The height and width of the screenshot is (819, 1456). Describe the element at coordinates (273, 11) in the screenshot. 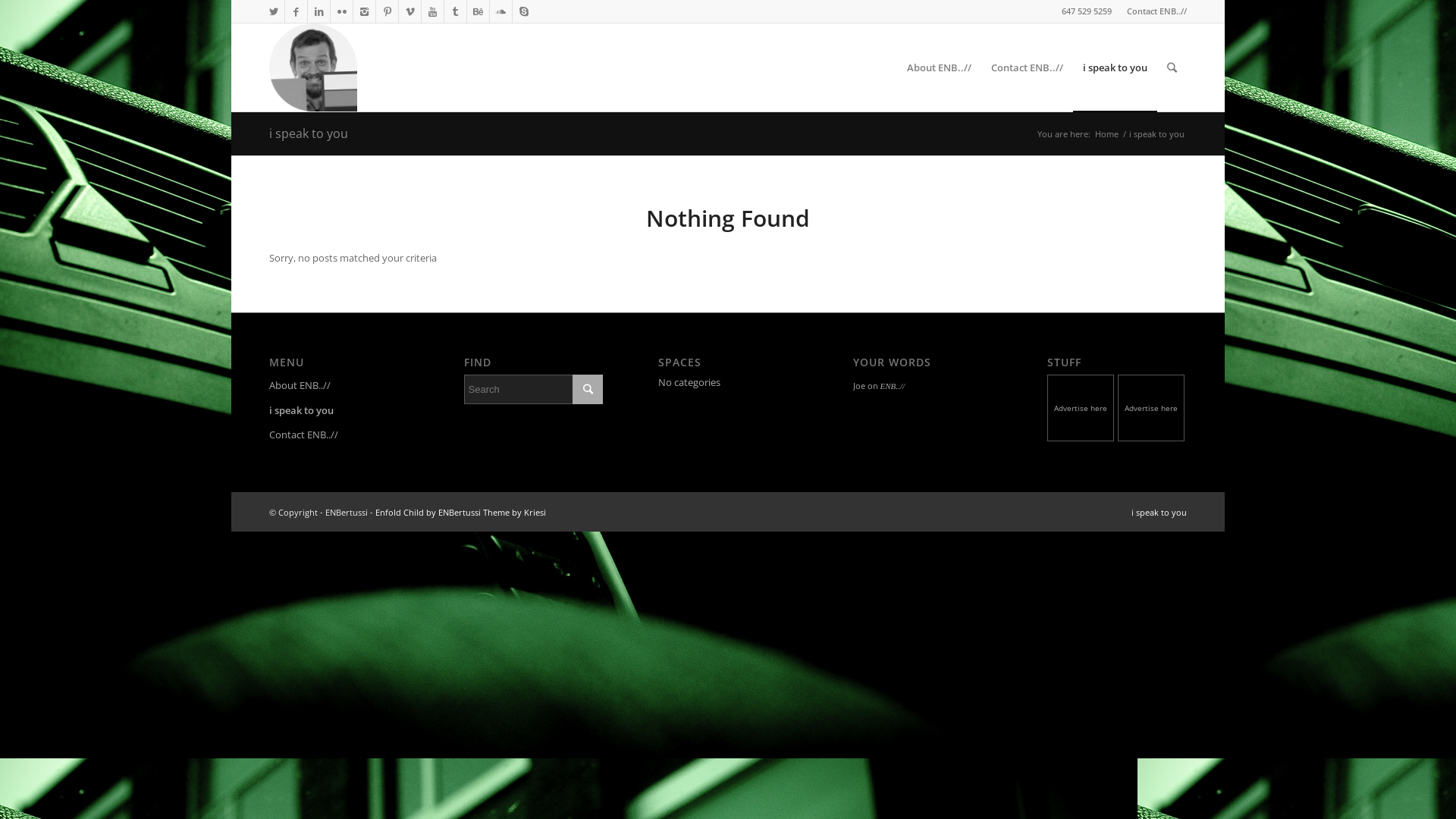

I see `'Twitter'` at that location.